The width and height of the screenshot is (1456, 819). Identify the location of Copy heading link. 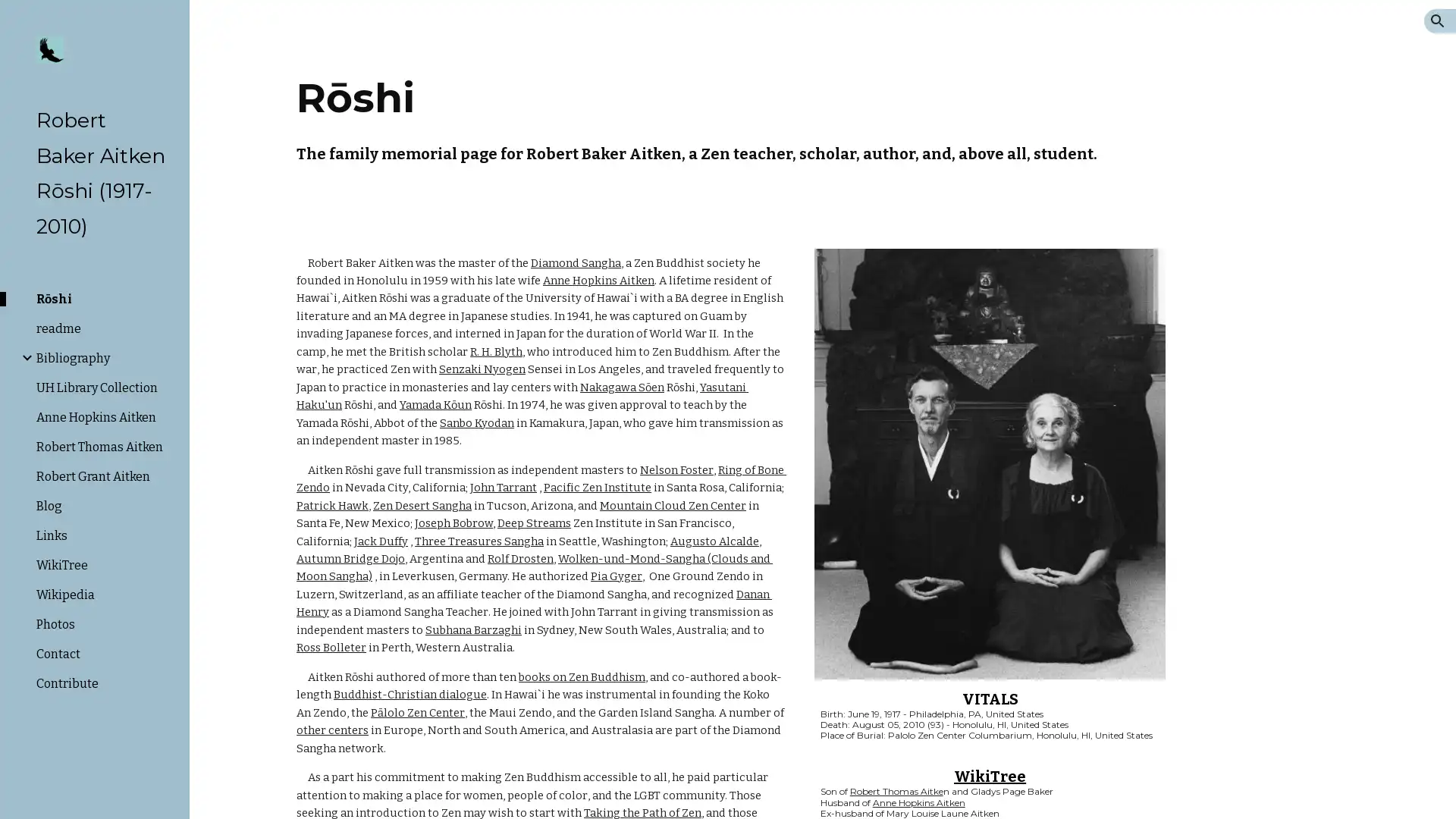
(1137, 776).